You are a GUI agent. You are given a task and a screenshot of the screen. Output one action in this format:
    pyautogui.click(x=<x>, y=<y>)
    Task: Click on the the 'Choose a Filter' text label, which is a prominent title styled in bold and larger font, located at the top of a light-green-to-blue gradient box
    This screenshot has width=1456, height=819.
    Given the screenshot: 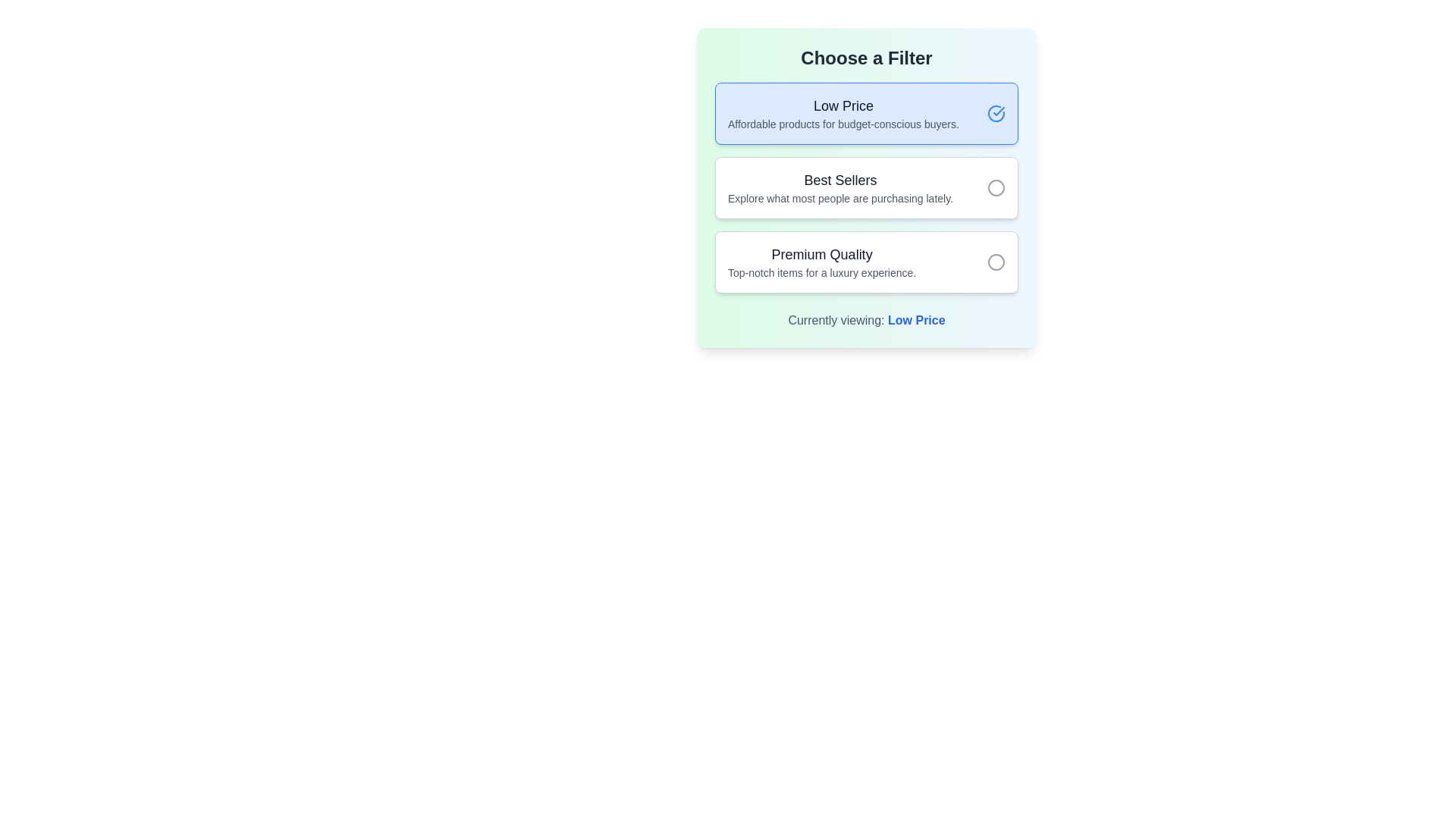 What is the action you would take?
    pyautogui.click(x=866, y=58)
    